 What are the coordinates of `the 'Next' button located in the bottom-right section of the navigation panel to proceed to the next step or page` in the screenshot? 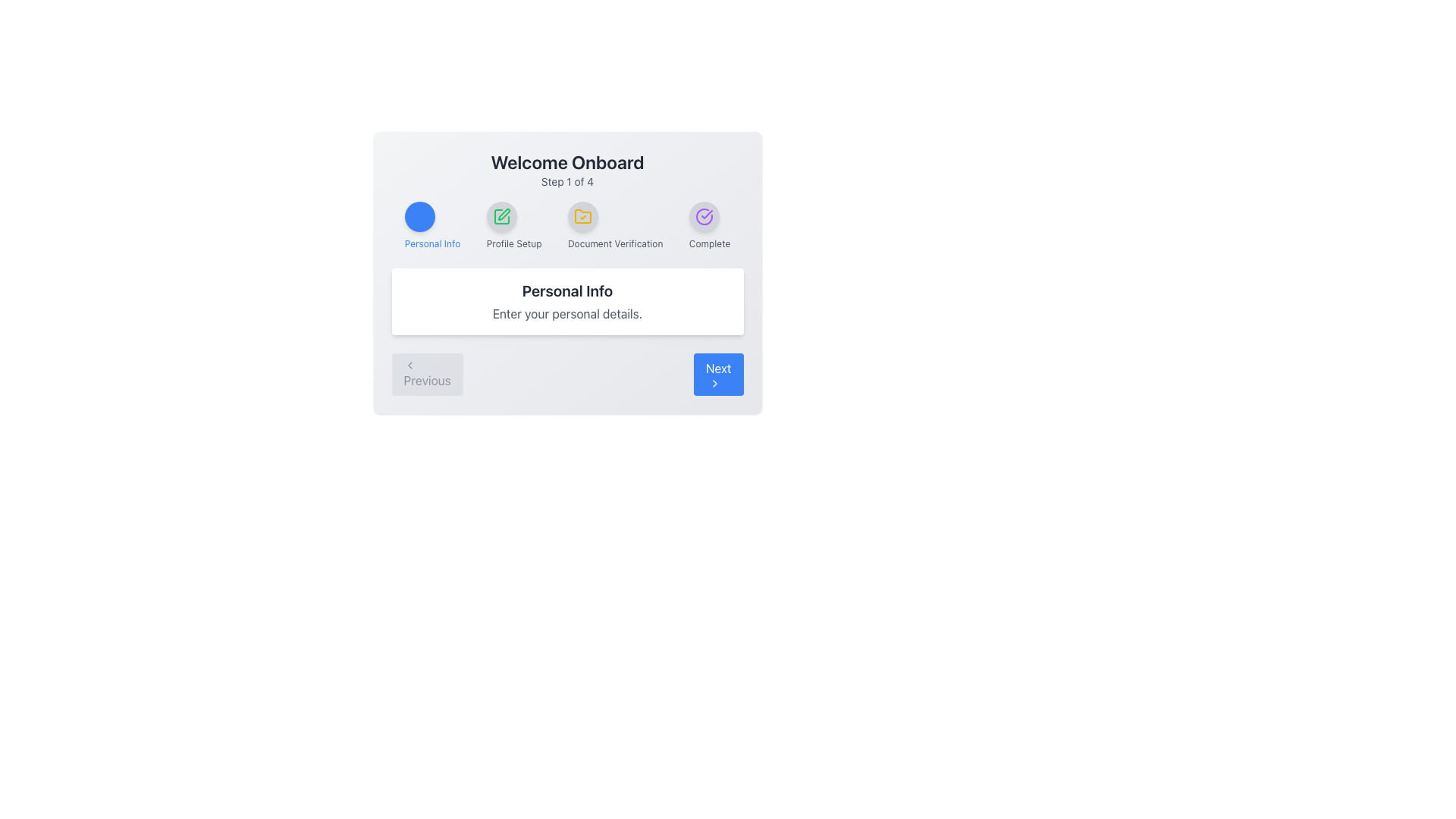 It's located at (717, 374).